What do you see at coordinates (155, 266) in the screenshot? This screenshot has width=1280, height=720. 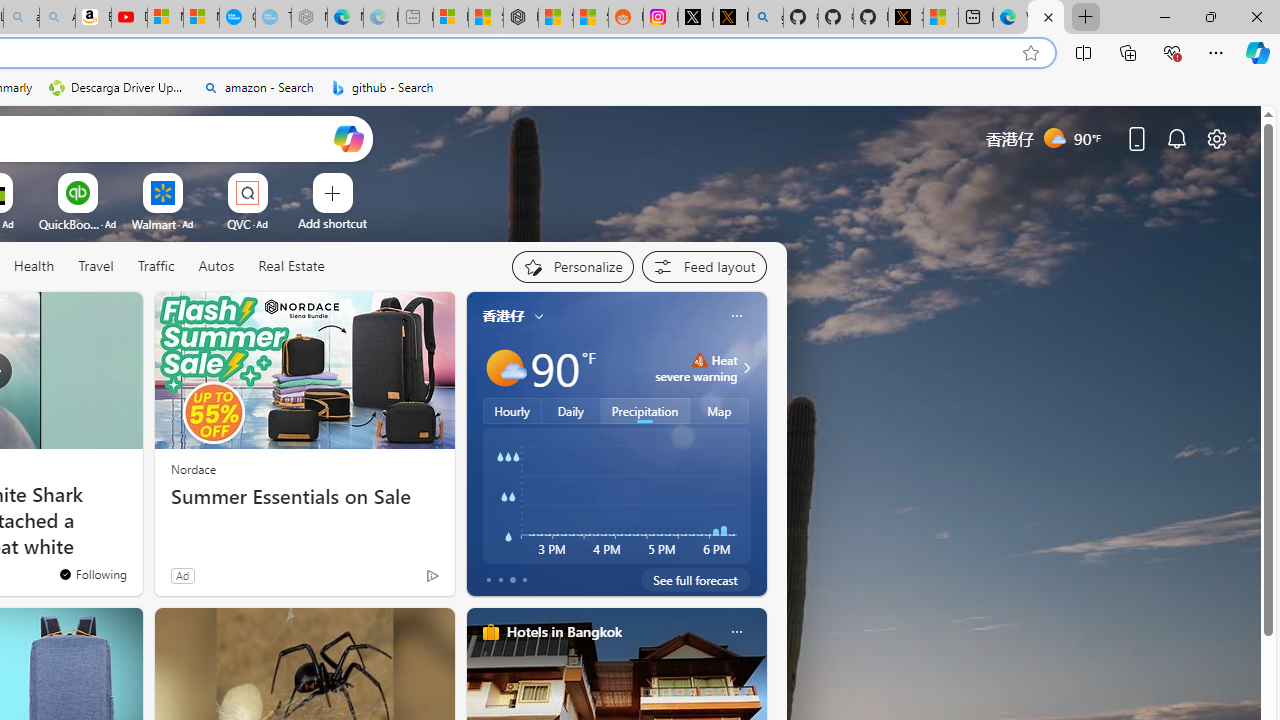 I see `'Traffic'` at bounding box center [155, 266].